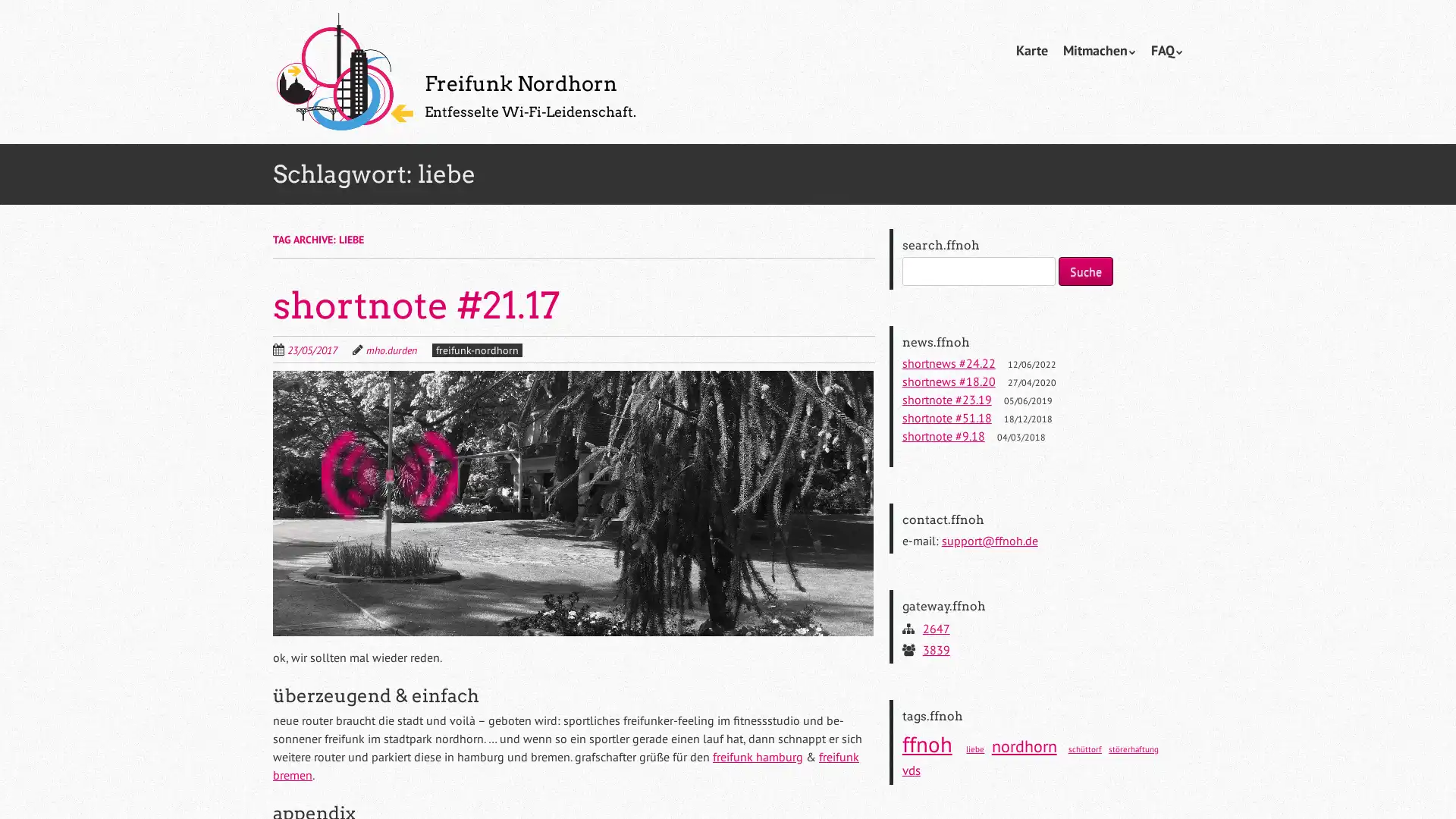 This screenshot has width=1456, height=819. I want to click on Suche, so click(1084, 271).